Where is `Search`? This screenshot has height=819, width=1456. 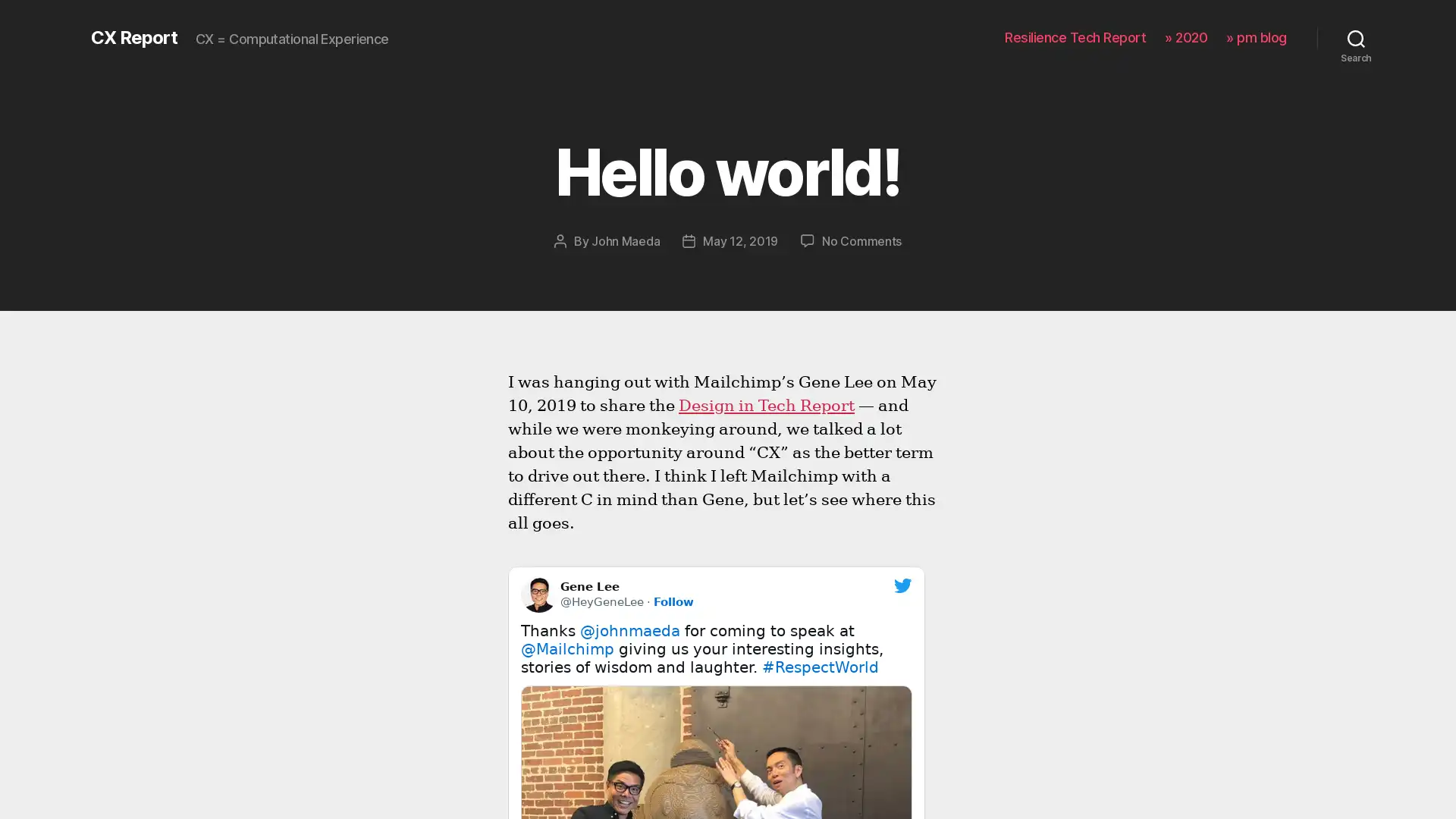
Search is located at coordinates (1356, 37).